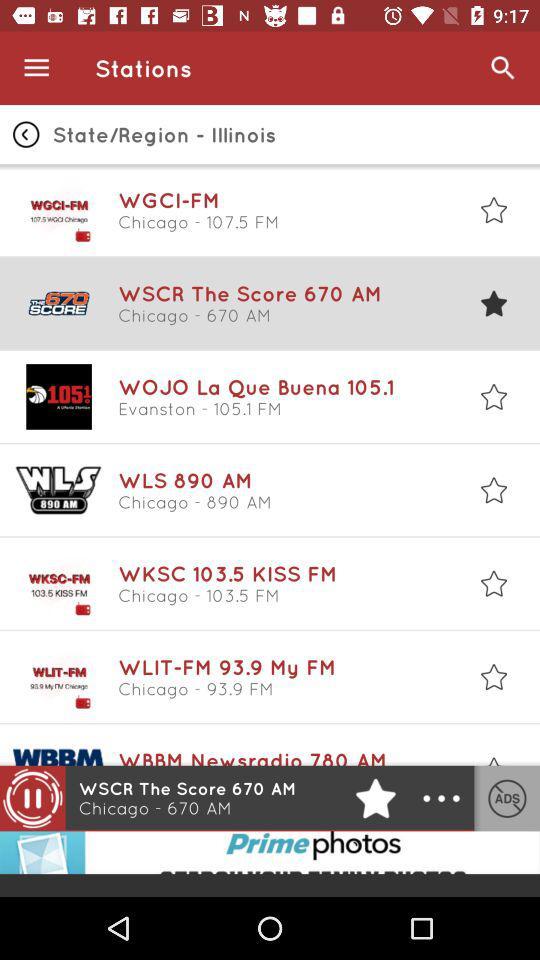  Describe the element at coordinates (441, 798) in the screenshot. I see `the more icon` at that location.